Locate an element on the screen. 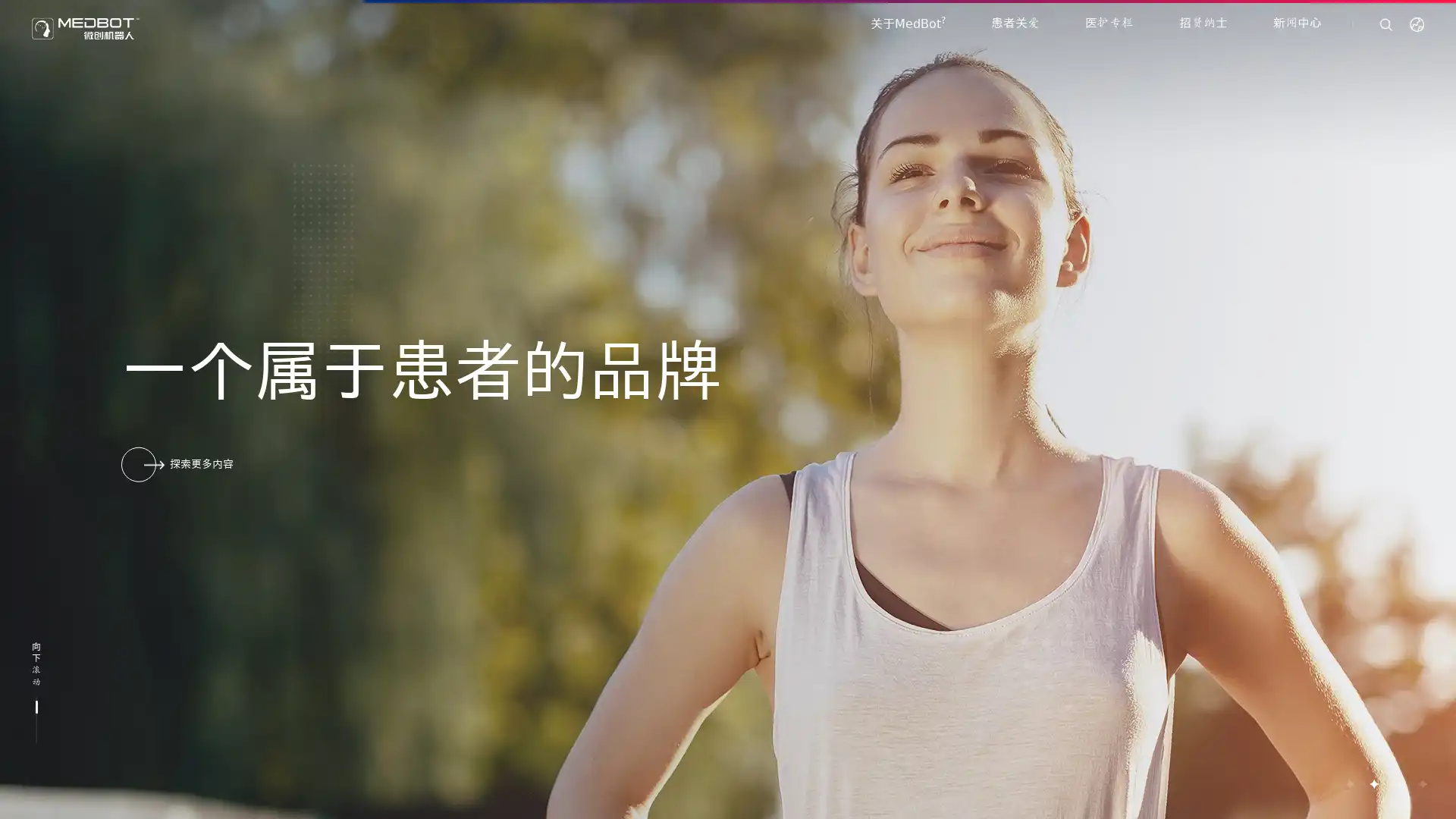  Go to slide 1 is located at coordinates (1349, 783).